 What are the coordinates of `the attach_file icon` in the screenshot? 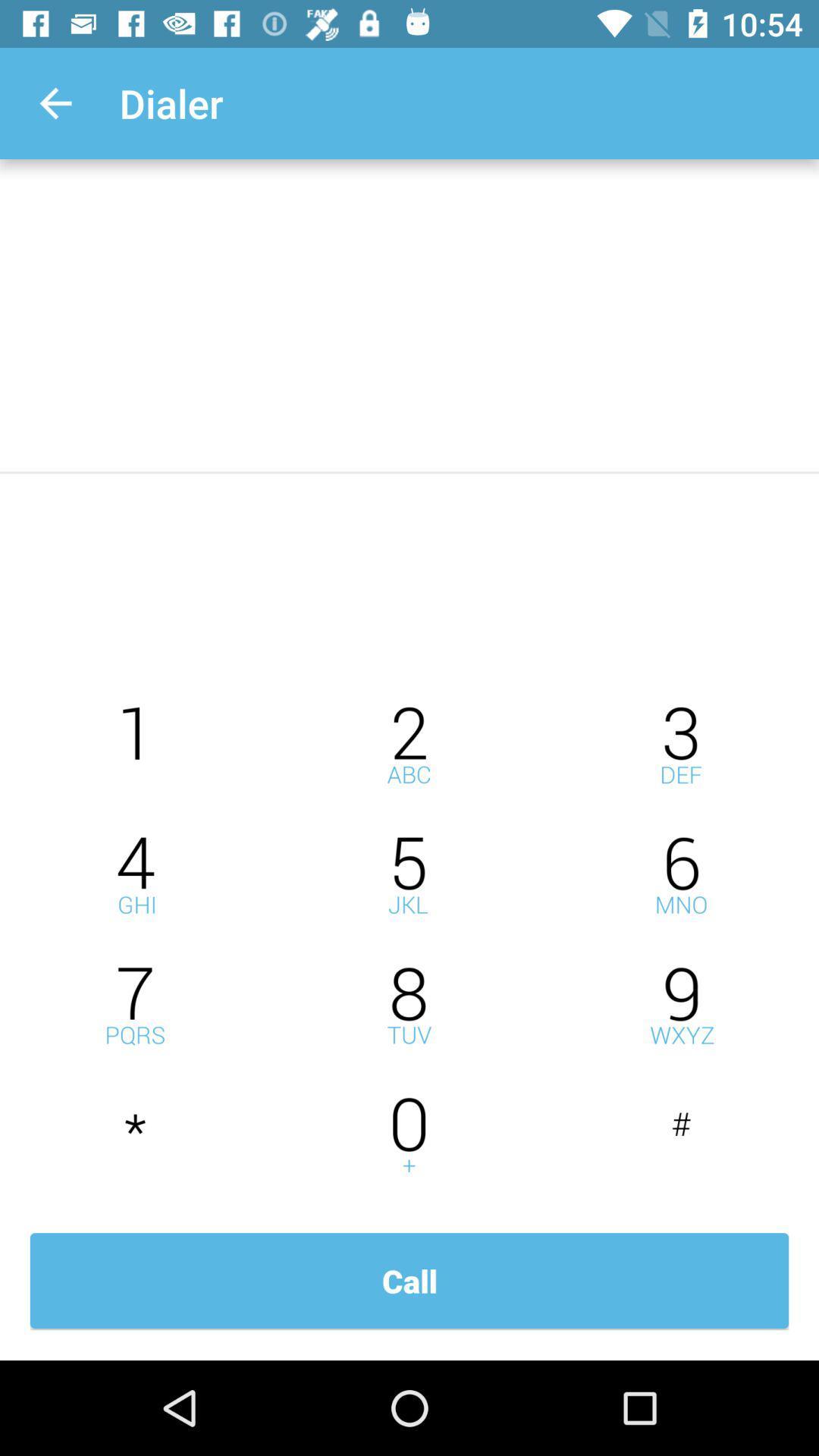 It's located at (409, 1136).